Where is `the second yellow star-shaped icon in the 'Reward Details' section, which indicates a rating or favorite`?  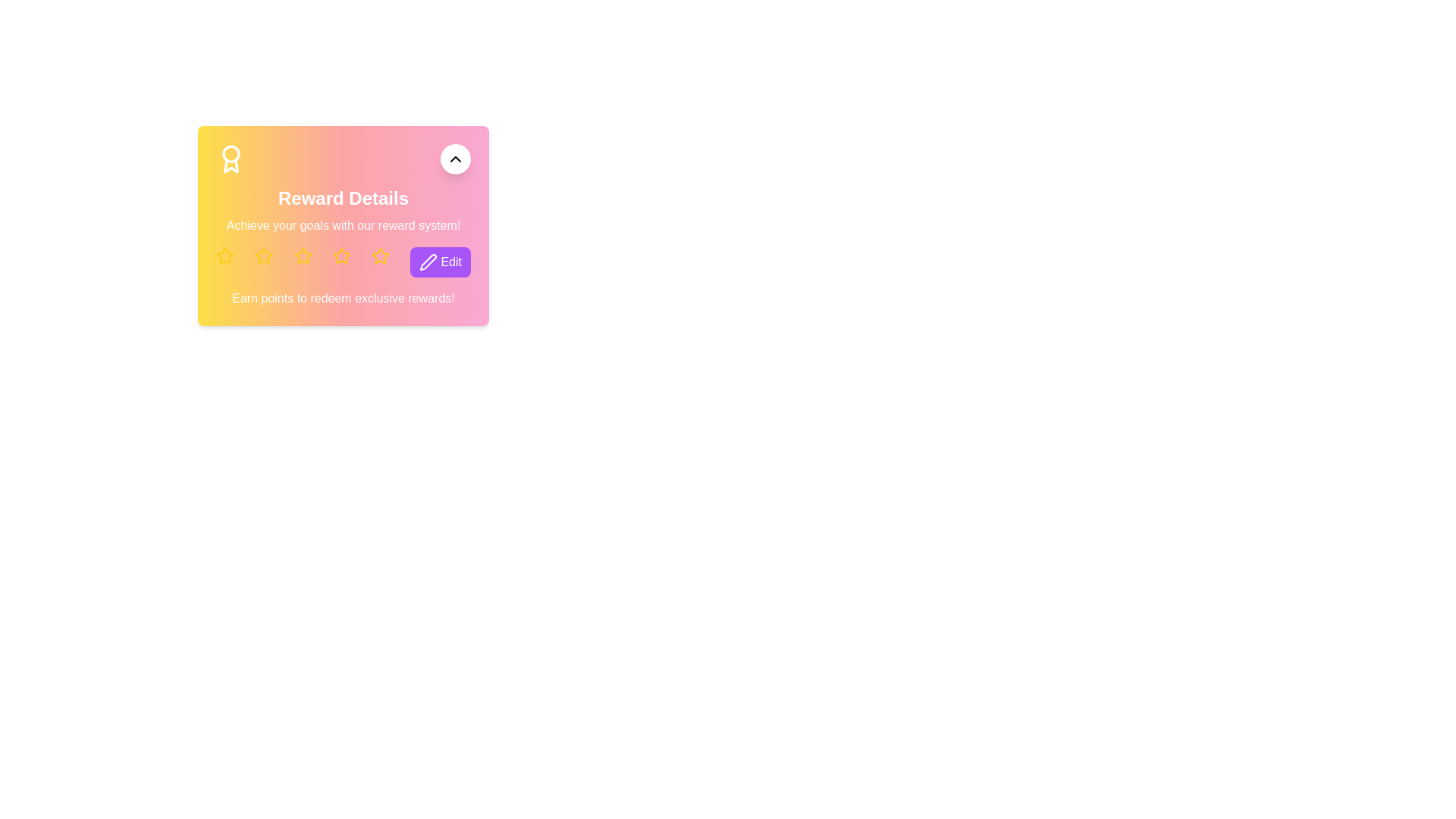
the second yellow star-shaped icon in the 'Reward Details' section, which indicates a rating or favorite is located at coordinates (264, 256).